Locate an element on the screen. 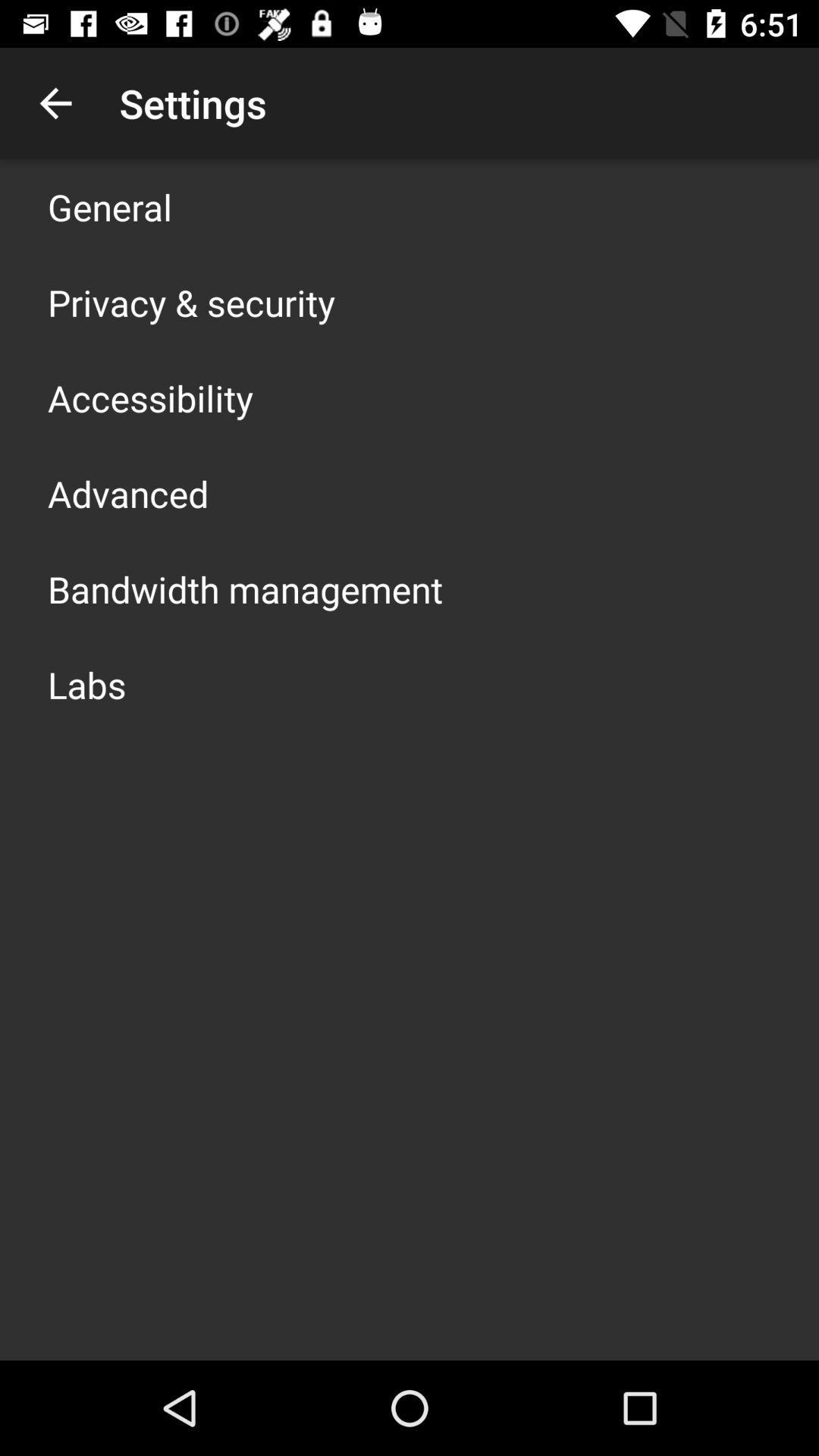 The image size is (819, 1456). app above accessibility item is located at coordinates (190, 302).